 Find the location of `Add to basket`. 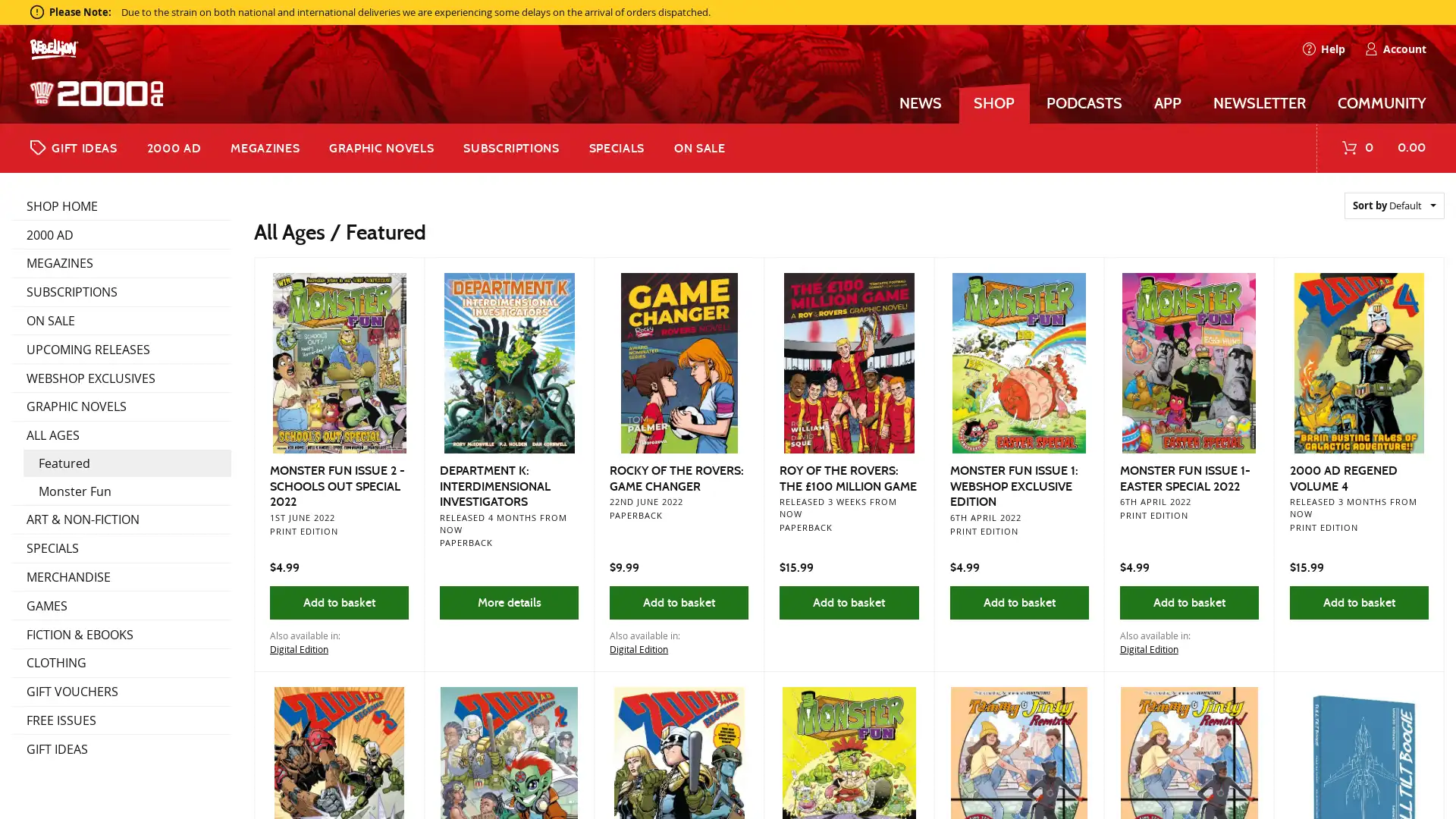

Add to basket is located at coordinates (1358, 601).